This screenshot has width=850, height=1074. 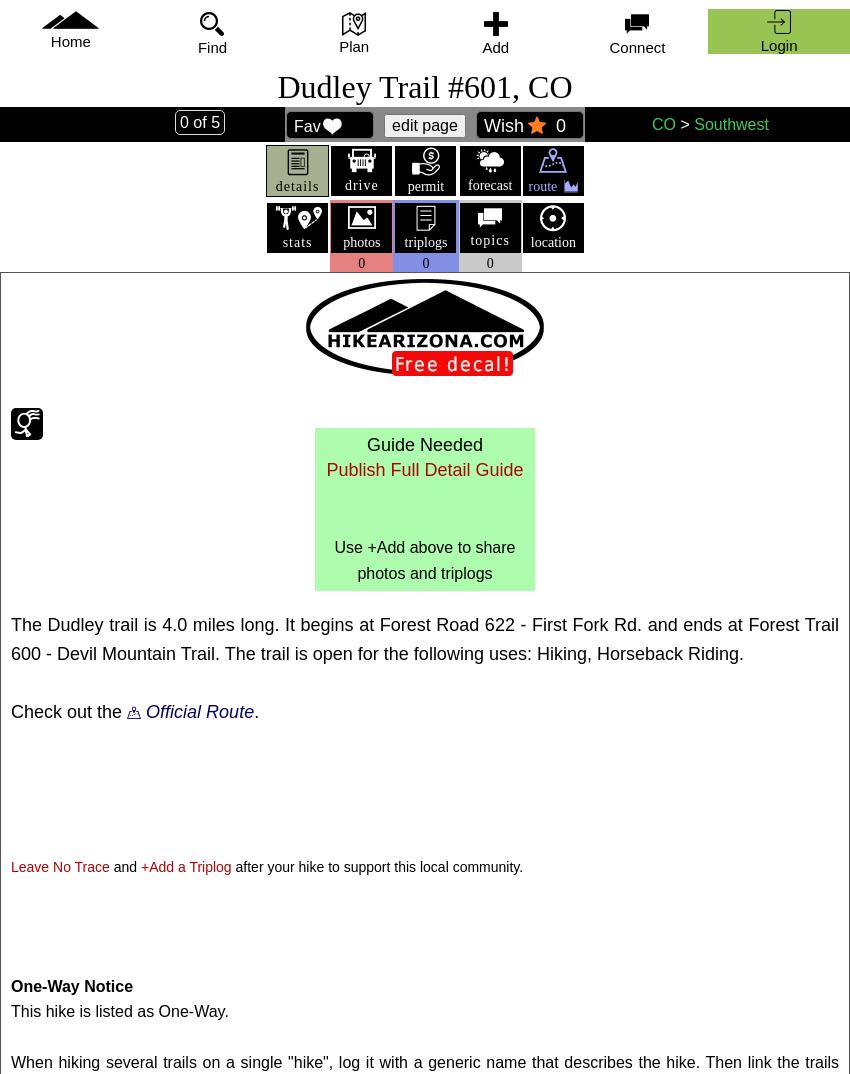 What do you see at coordinates (425, 186) in the screenshot?
I see `'permit'` at bounding box center [425, 186].